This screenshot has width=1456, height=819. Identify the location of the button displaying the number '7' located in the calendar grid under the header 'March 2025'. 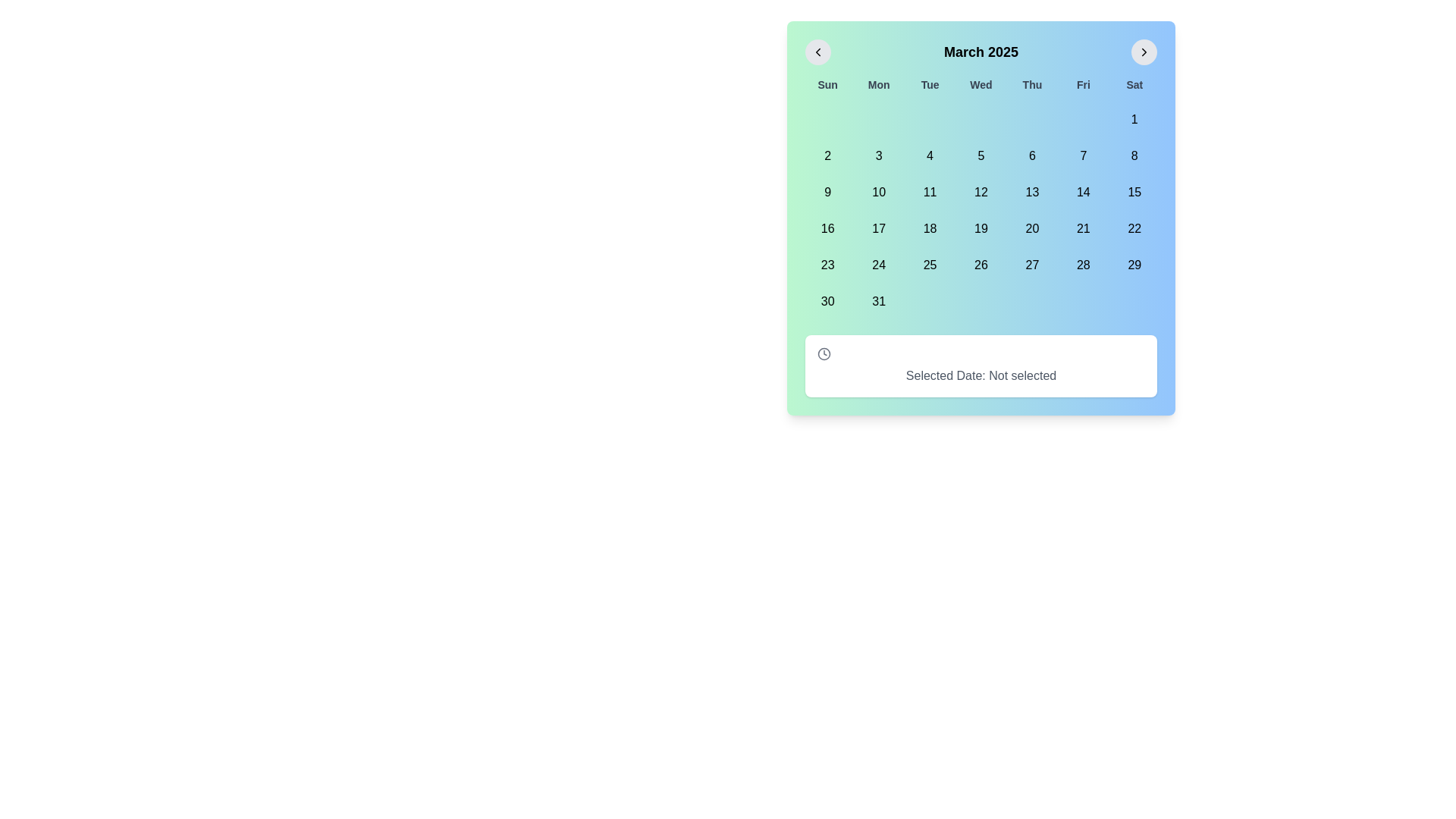
(1082, 155).